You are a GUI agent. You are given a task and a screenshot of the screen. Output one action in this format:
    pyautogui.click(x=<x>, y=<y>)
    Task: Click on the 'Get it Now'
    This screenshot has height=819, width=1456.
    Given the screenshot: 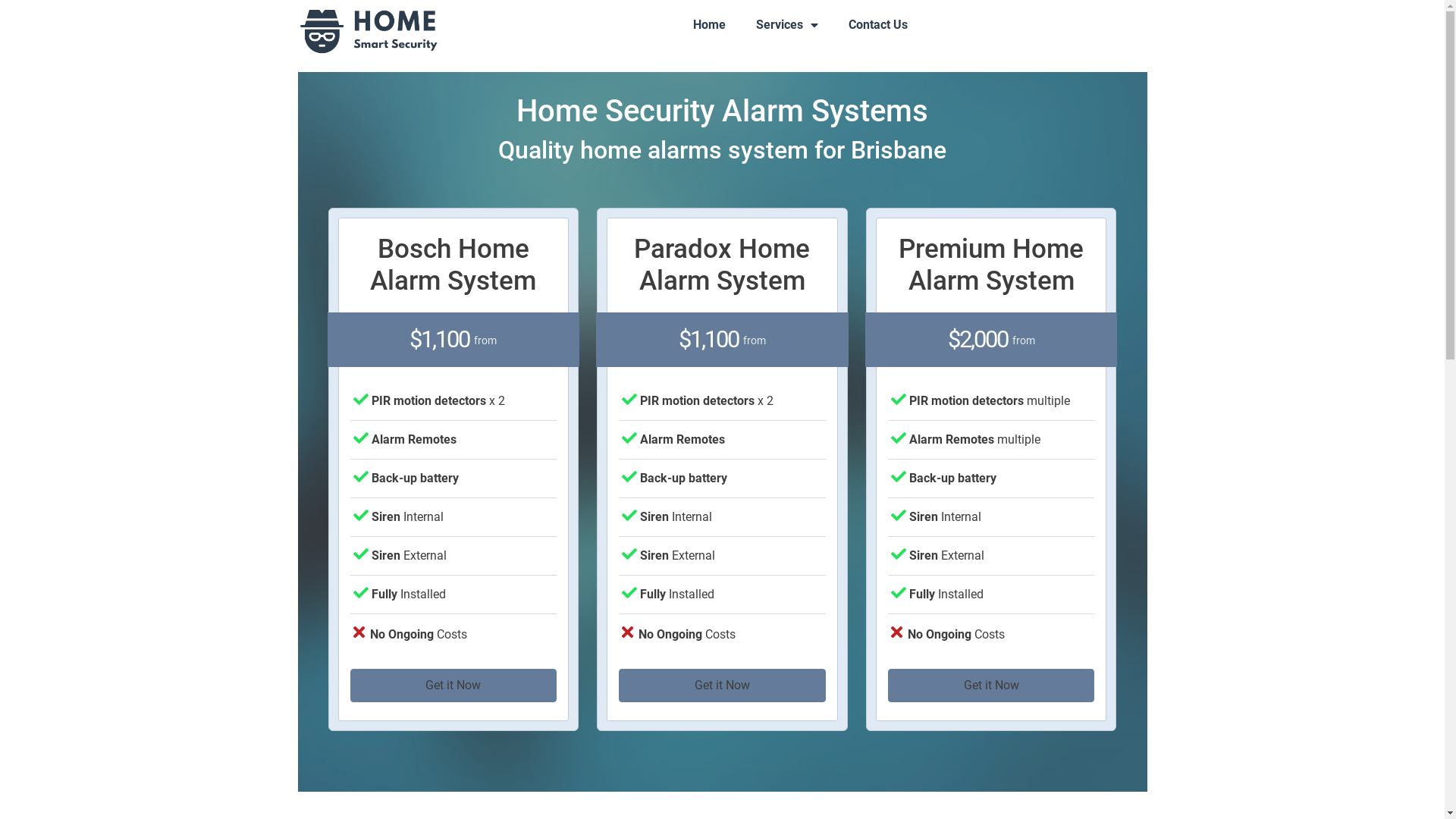 What is the action you would take?
    pyautogui.click(x=453, y=685)
    